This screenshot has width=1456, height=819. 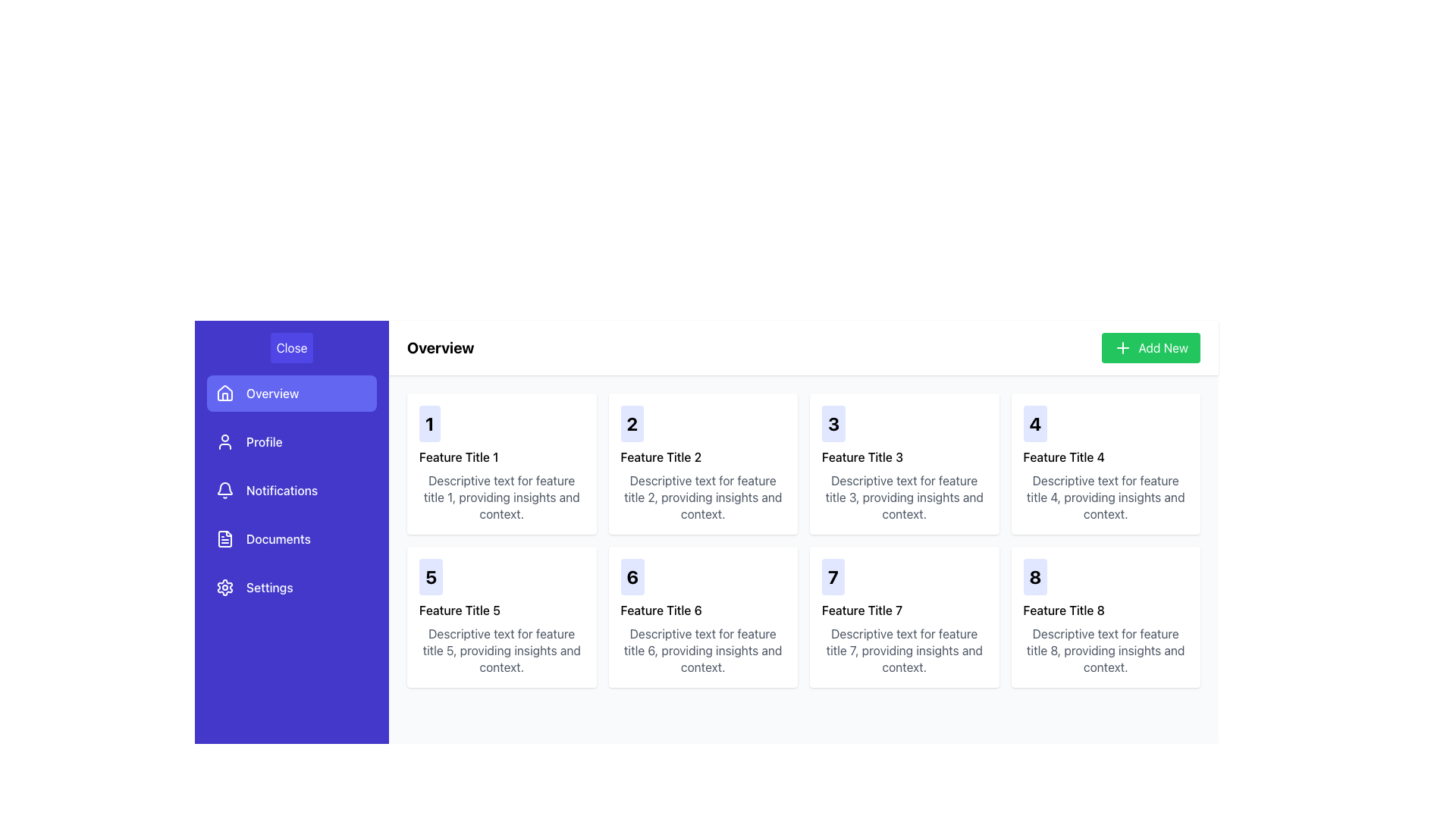 I want to click on the static text label displaying the number '3' with a light indigo background, located under the heading 'Feature Title 3' in the upper row, third column of the grid layout, so click(x=833, y=424).